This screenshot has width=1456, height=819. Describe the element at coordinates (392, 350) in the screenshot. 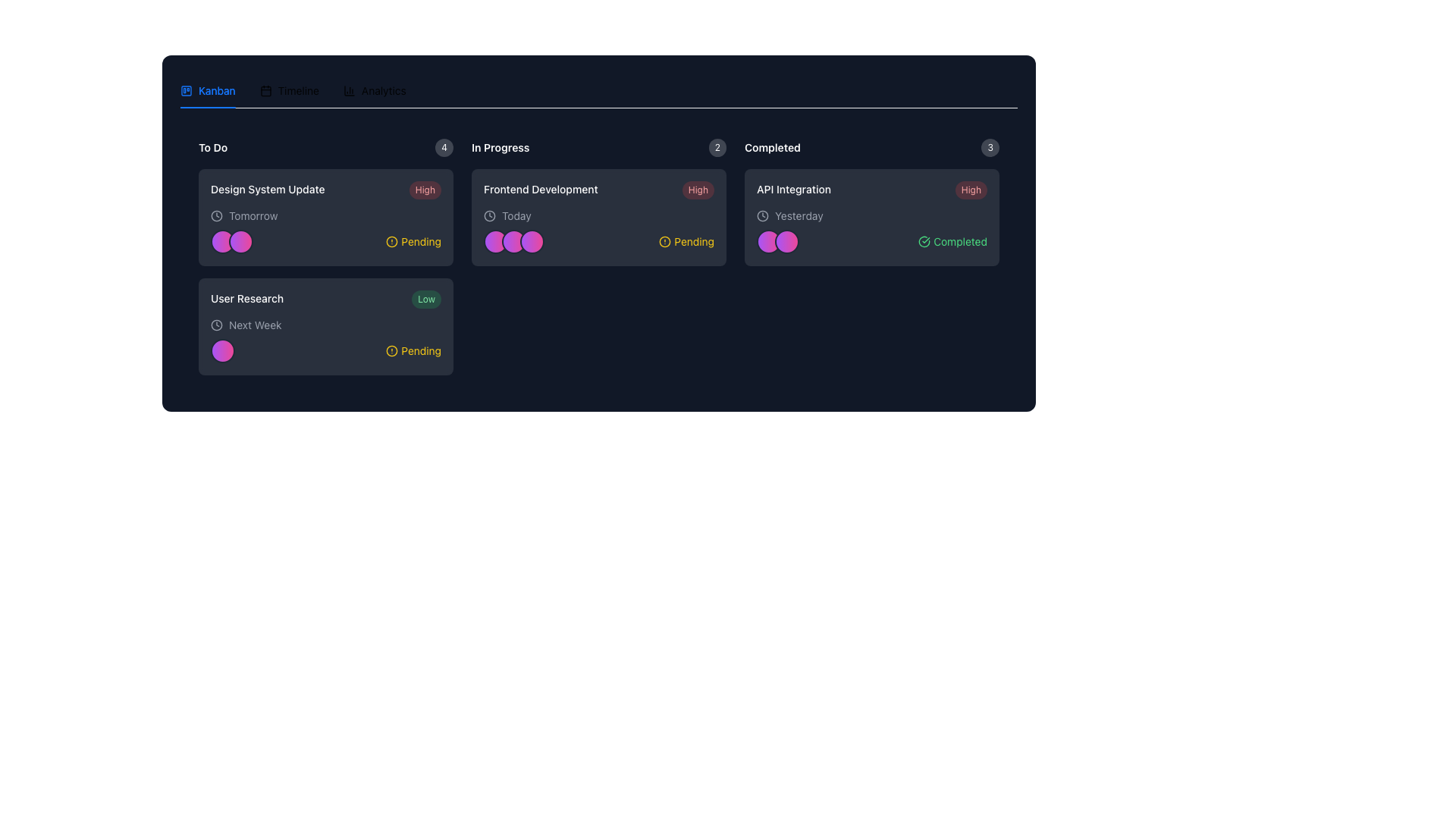

I see `the alert icon styled as a yellow circular outline with an exclamation mark, located in the bottom-right corner of the 'User Research' card under the 'To Do' column in the Kanban board` at that location.